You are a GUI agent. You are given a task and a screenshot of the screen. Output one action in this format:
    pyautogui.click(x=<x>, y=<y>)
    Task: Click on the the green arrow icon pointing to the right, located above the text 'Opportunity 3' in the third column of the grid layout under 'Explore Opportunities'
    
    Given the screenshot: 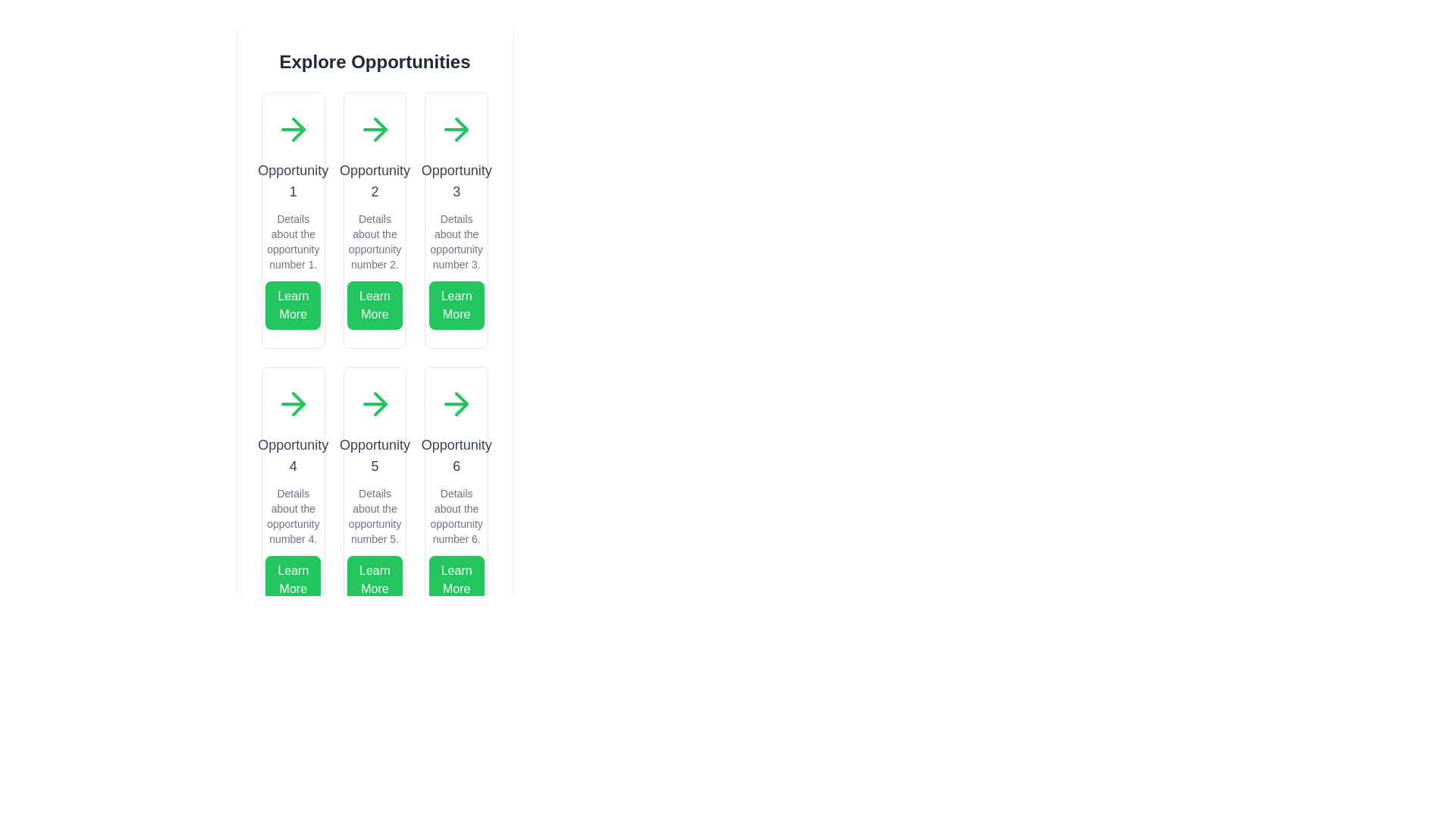 What is the action you would take?
    pyautogui.click(x=456, y=128)
    